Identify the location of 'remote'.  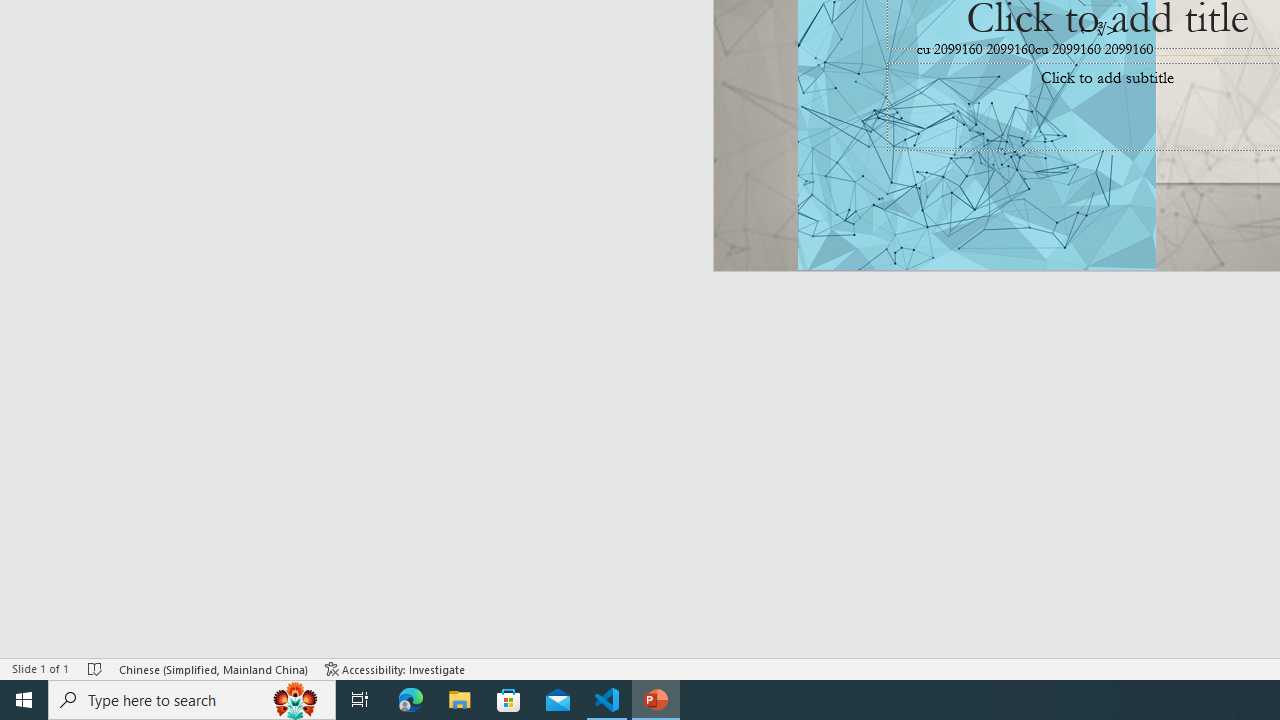
(121, 627).